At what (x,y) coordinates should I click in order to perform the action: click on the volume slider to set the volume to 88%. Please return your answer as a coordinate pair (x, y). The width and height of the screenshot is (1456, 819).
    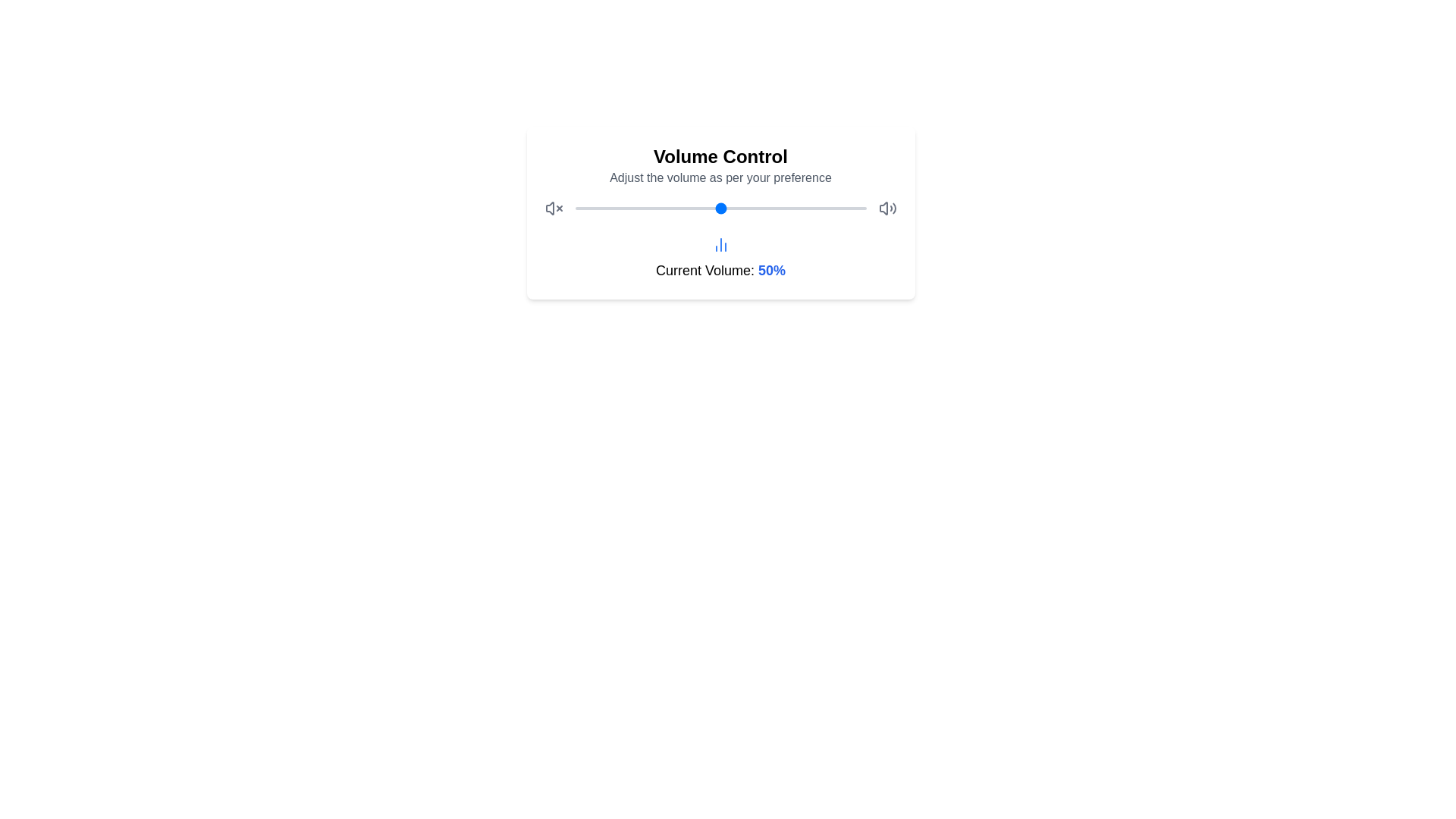
    Looking at the image, I should click on (830, 208).